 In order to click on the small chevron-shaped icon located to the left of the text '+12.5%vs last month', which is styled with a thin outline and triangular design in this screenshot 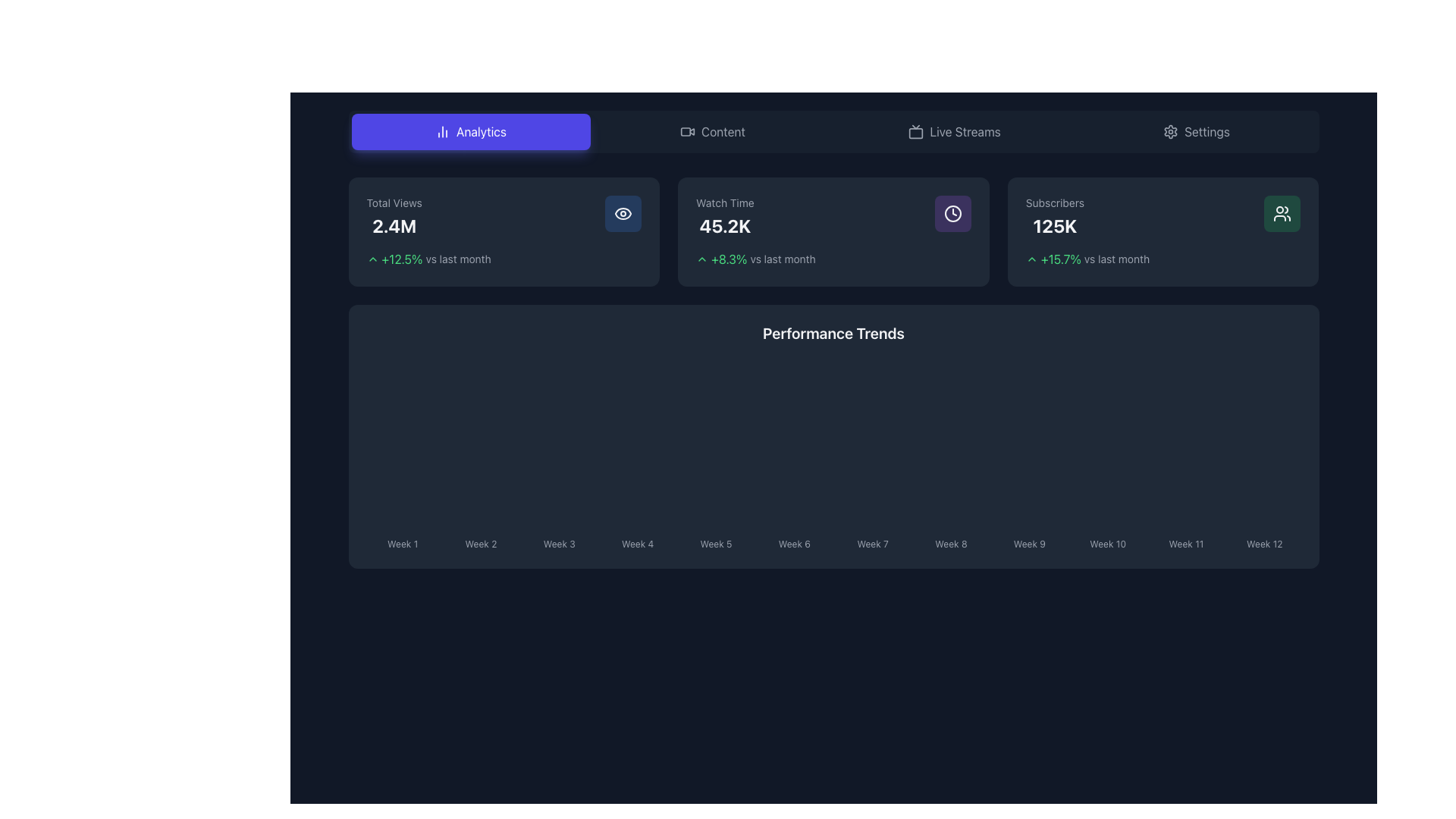, I will do `click(372, 259)`.